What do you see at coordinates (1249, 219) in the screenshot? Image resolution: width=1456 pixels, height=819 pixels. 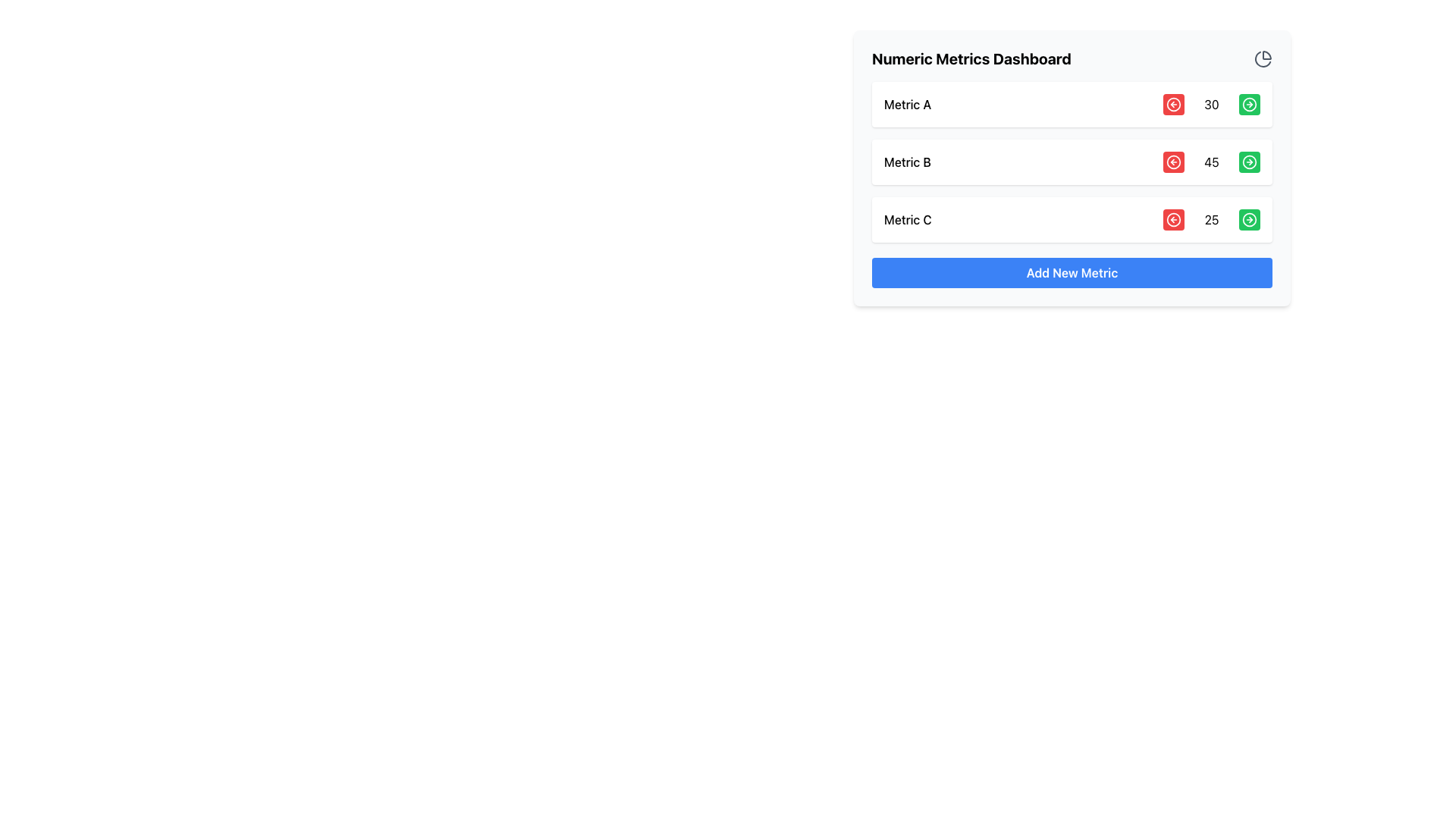 I see `the confirm button located to the far right of the '25' metric value in the third row of the numeric metrics dashboard panel to trigger the hover effect` at bounding box center [1249, 219].